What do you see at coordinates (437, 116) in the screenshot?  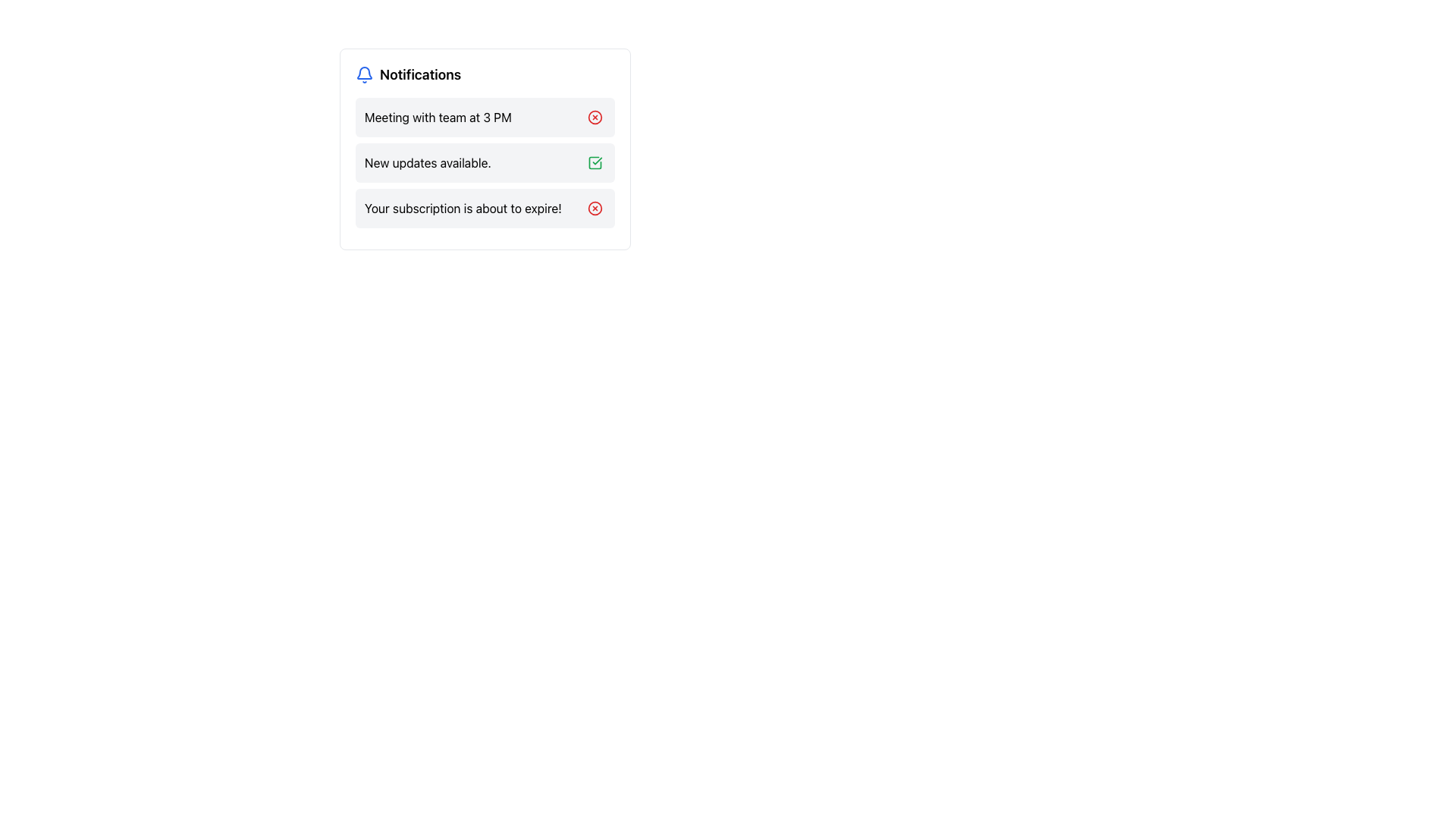 I see `the static text label that provides information about a scheduled meeting within the first notification item under the 'Notifications' header` at bounding box center [437, 116].